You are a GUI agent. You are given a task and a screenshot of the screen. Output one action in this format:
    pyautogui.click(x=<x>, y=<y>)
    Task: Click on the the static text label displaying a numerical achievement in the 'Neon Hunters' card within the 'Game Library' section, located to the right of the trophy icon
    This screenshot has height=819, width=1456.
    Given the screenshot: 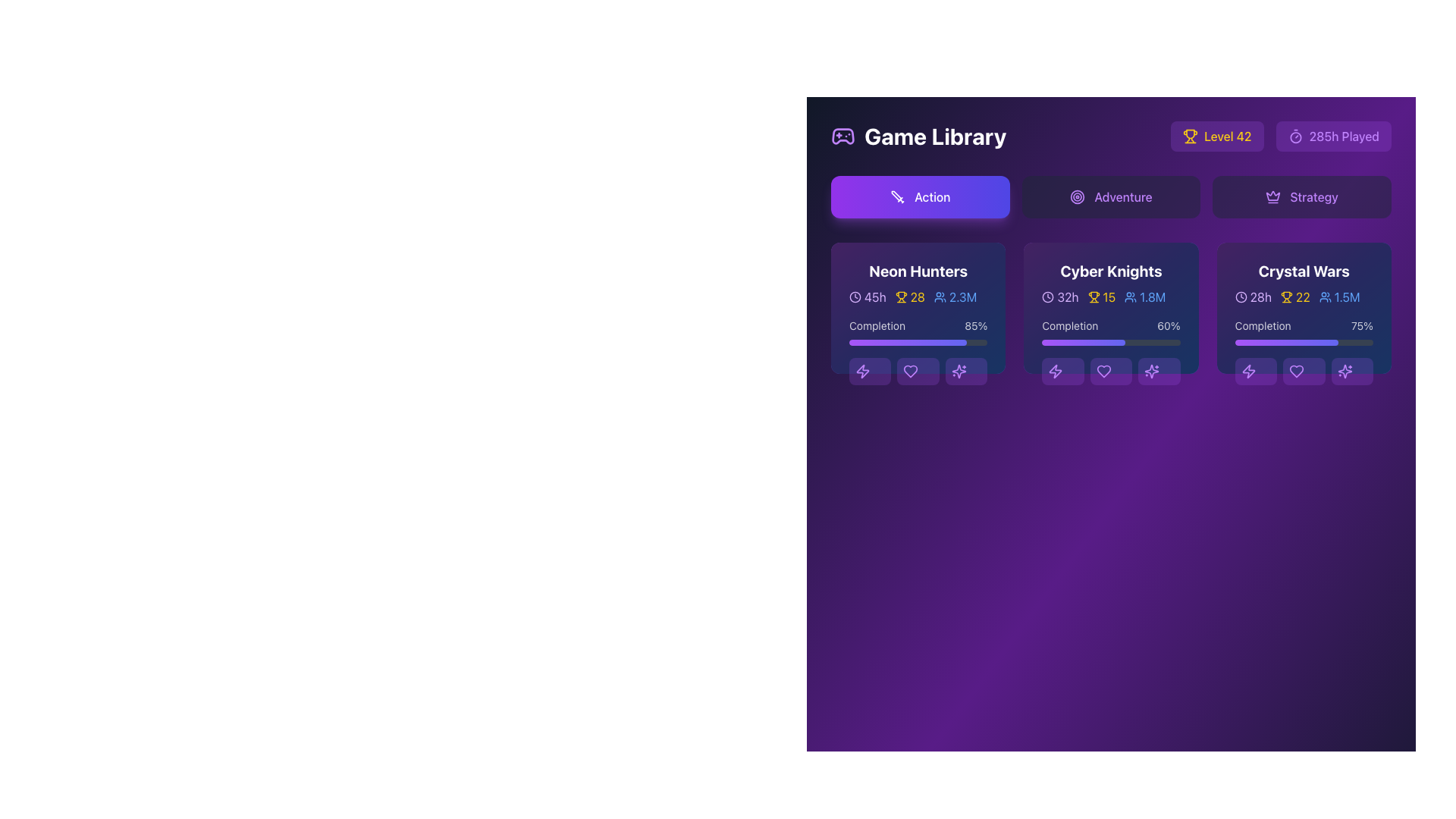 What is the action you would take?
    pyautogui.click(x=917, y=297)
    